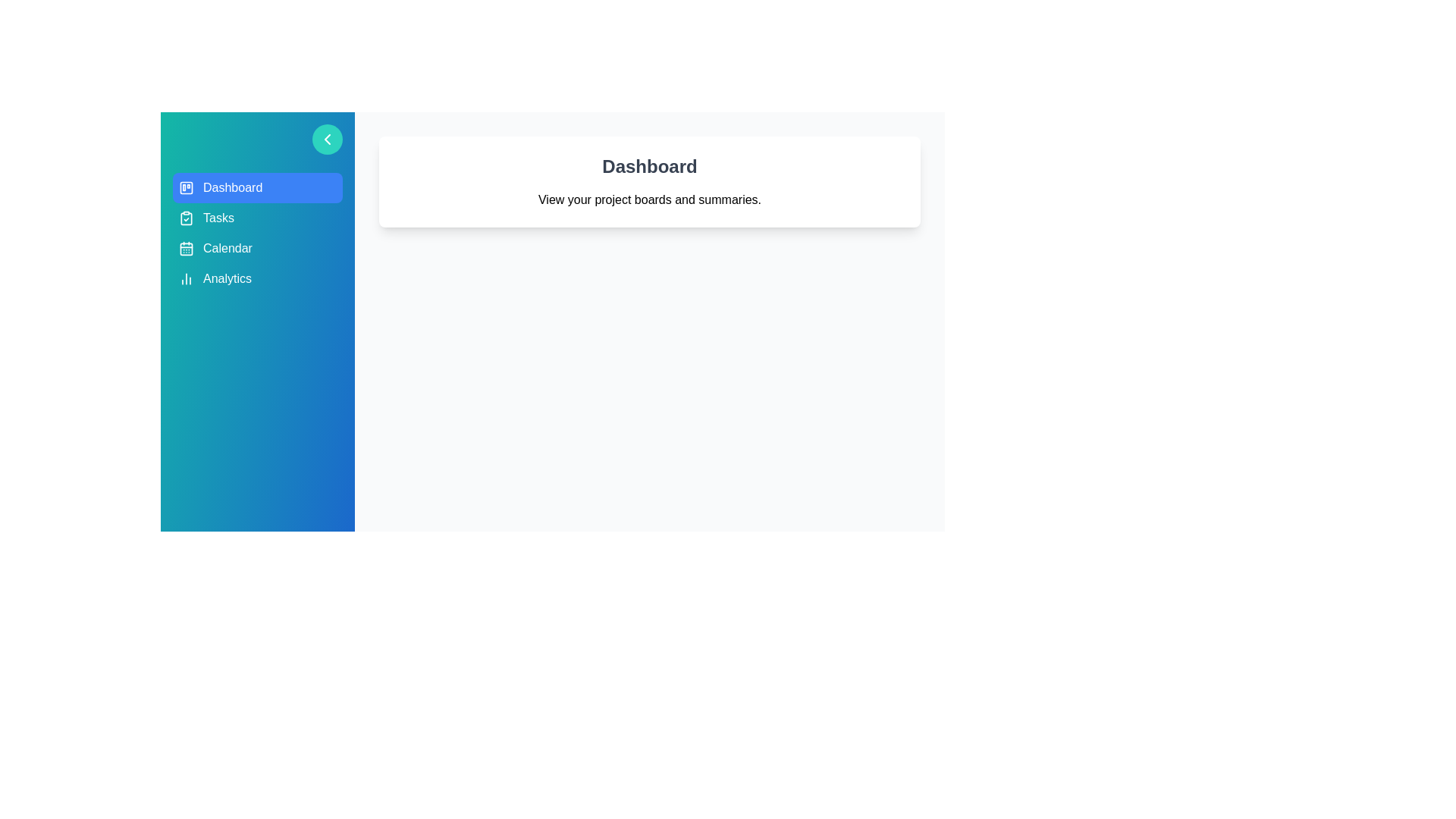 This screenshot has width=1456, height=819. I want to click on the SVG rectangle with rounded corners located next to the 'Dashboard' label in the navigation panel, so click(185, 187).